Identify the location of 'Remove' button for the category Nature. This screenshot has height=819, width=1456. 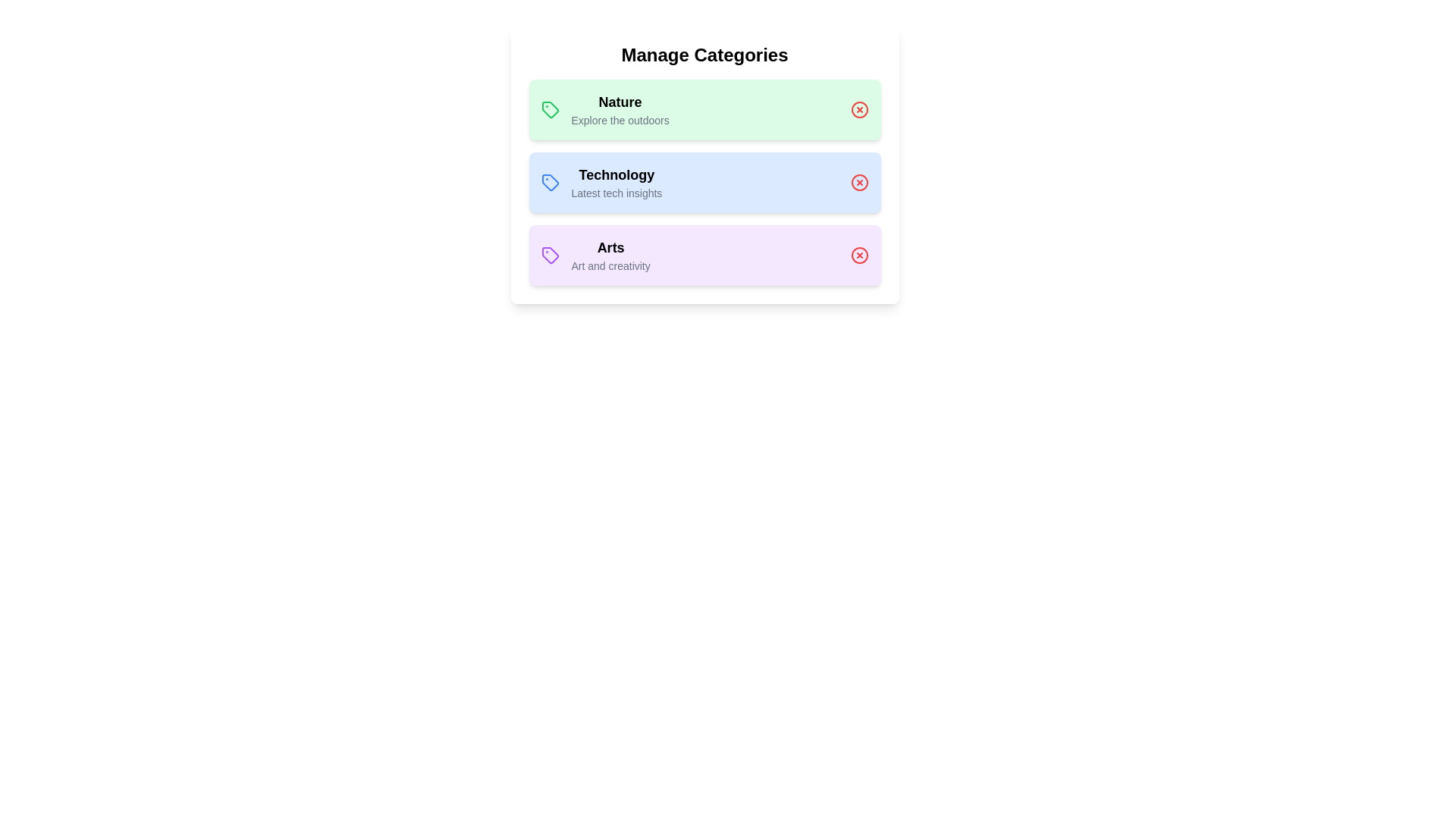
(859, 109).